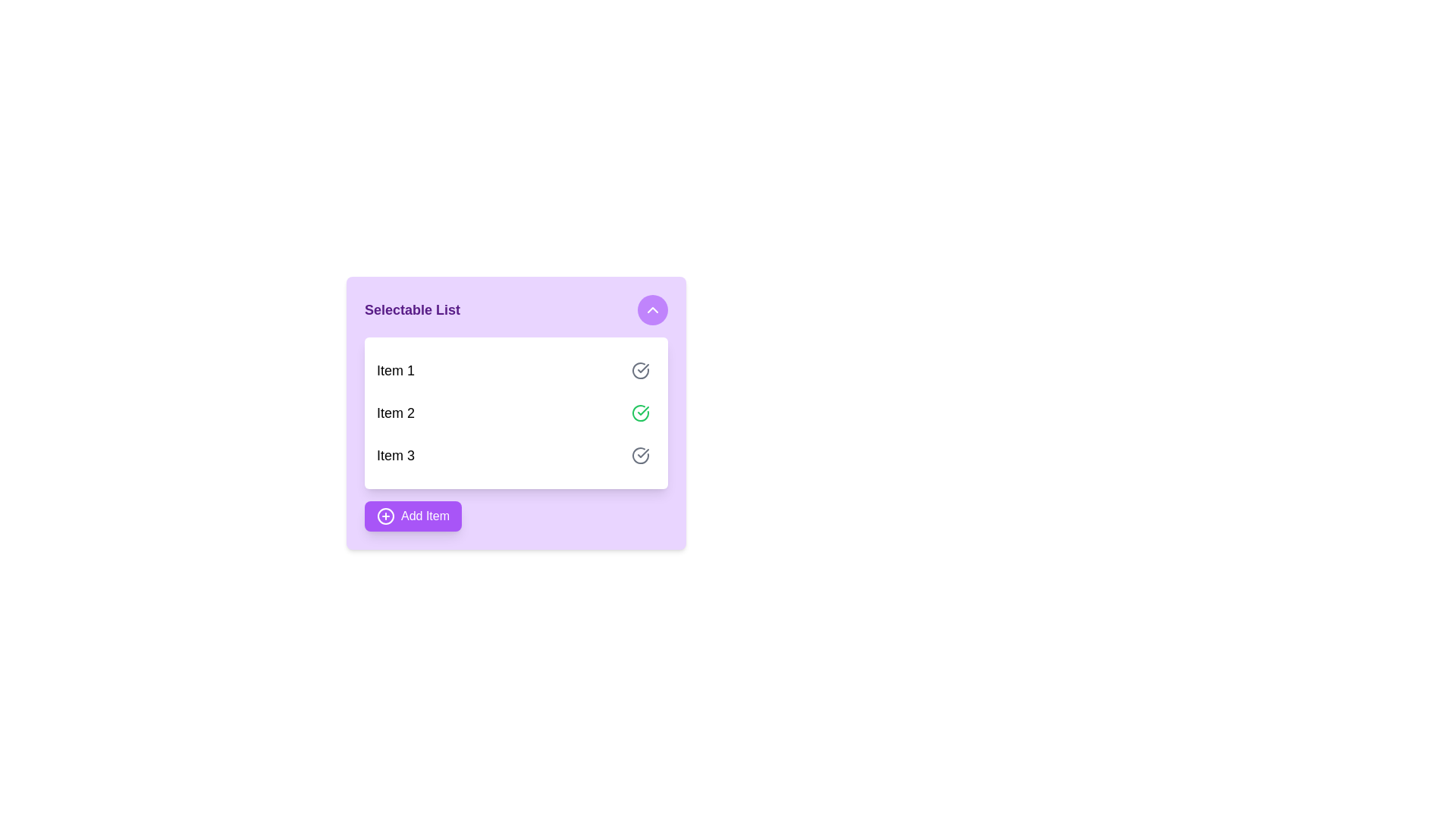 The image size is (1456, 819). I want to click on the selectable list item representing 'Item 3', so click(516, 455).